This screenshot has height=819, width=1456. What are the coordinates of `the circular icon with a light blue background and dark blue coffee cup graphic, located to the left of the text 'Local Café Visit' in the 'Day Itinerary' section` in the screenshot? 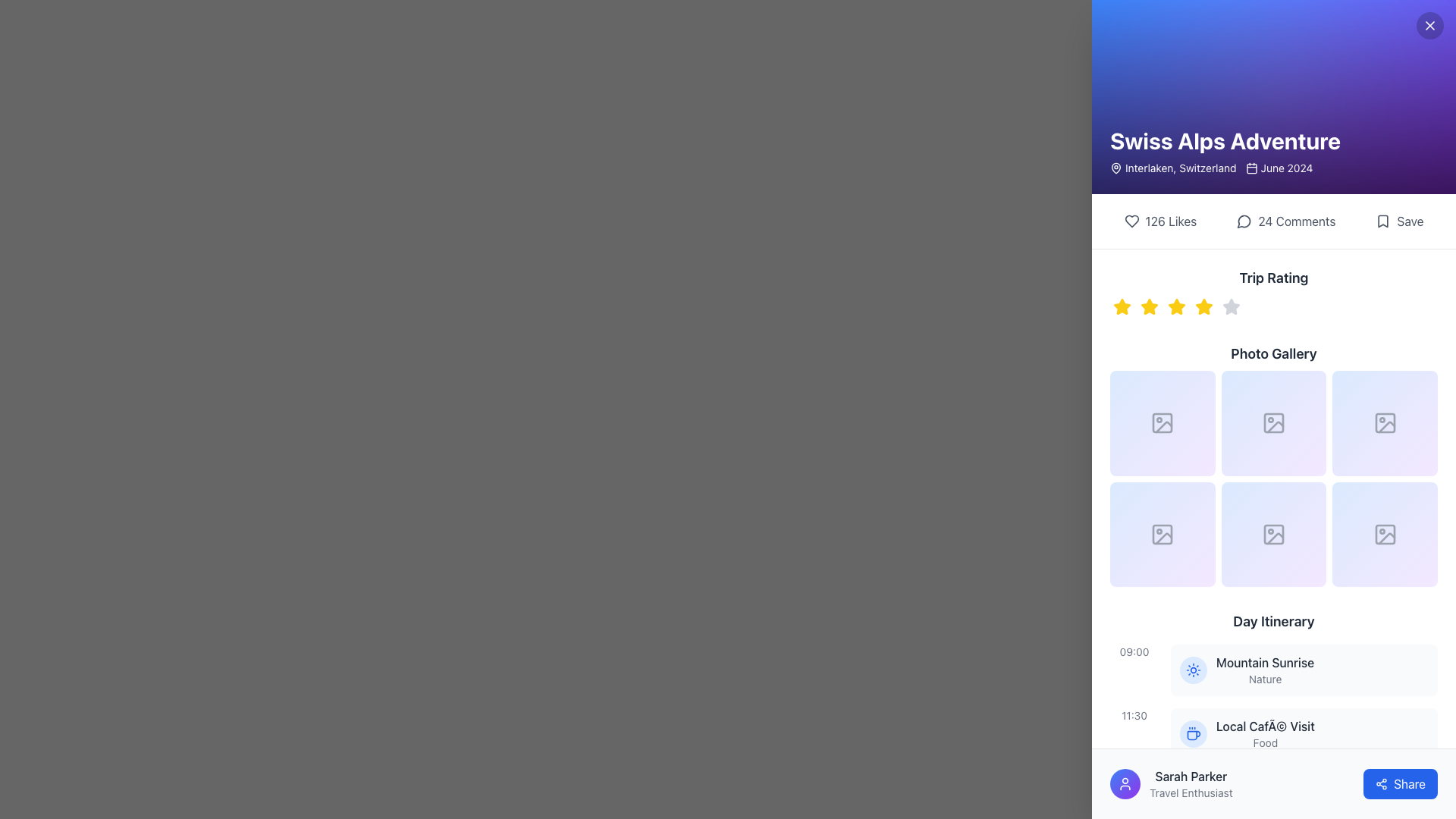 It's located at (1193, 733).